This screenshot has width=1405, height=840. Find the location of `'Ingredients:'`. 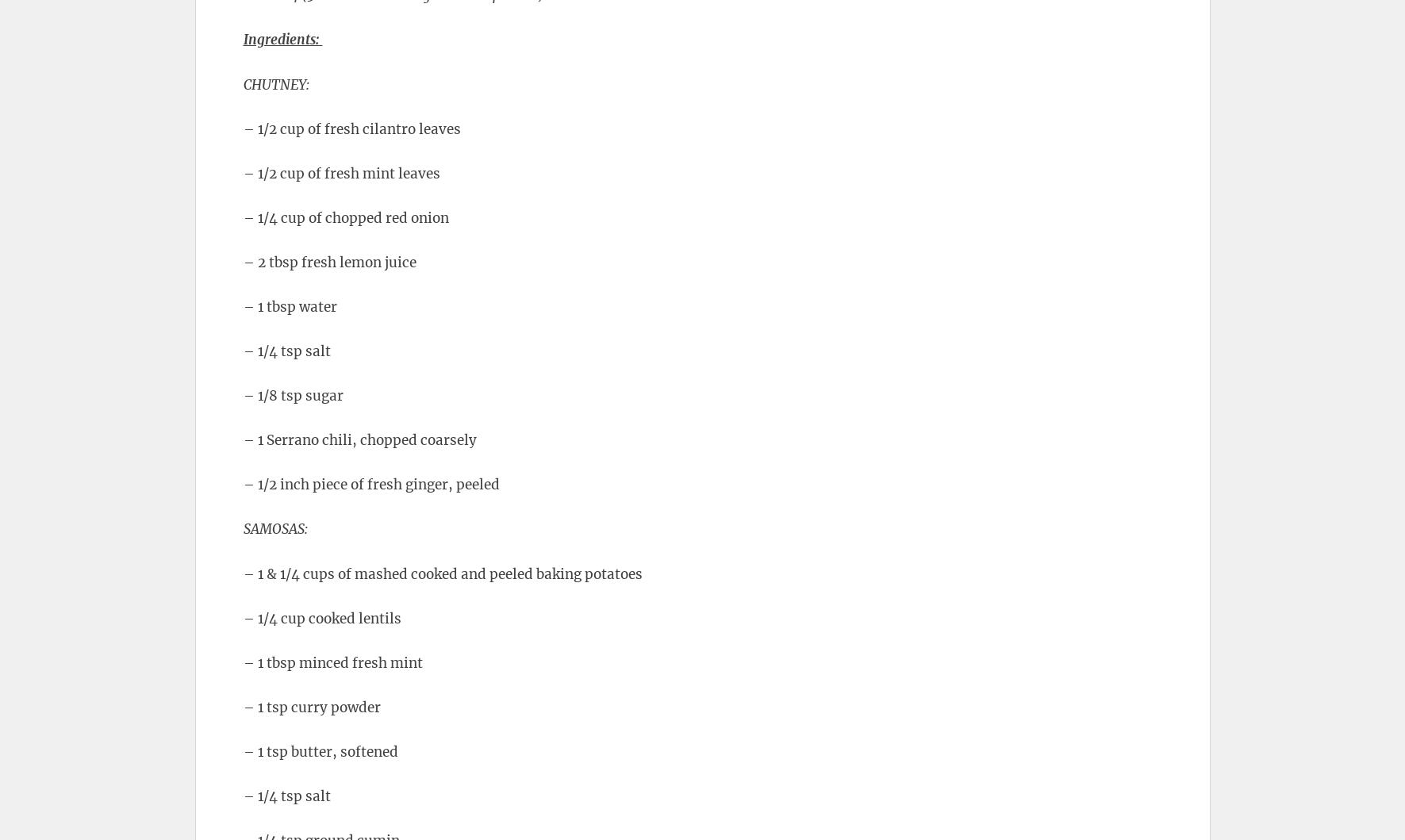

'Ingredients:' is located at coordinates (281, 39).